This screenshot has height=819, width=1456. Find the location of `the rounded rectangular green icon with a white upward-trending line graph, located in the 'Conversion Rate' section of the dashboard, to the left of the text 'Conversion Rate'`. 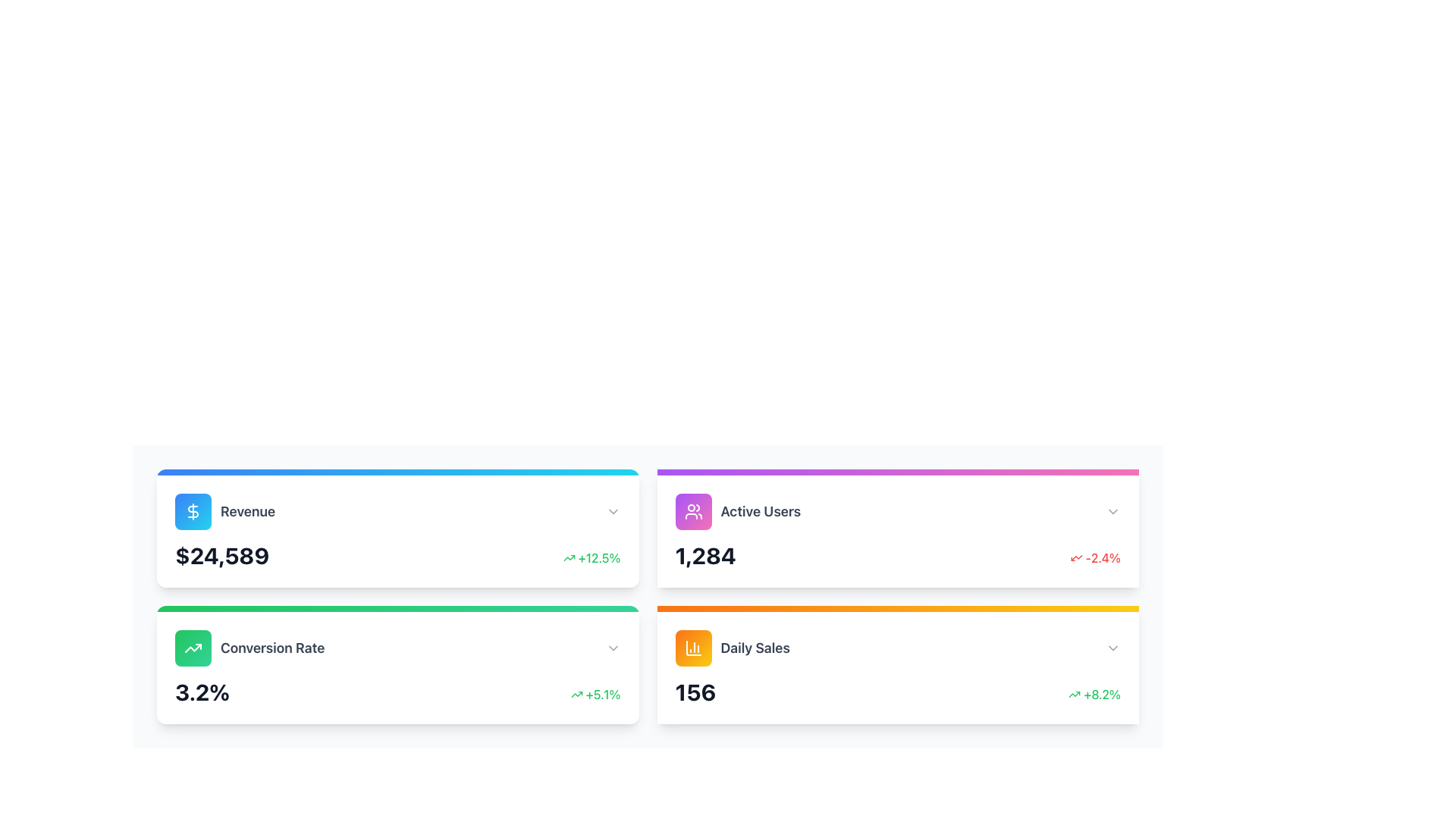

the rounded rectangular green icon with a white upward-trending line graph, located in the 'Conversion Rate' section of the dashboard, to the left of the text 'Conversion Rate' is located at coordinates (192, 648).